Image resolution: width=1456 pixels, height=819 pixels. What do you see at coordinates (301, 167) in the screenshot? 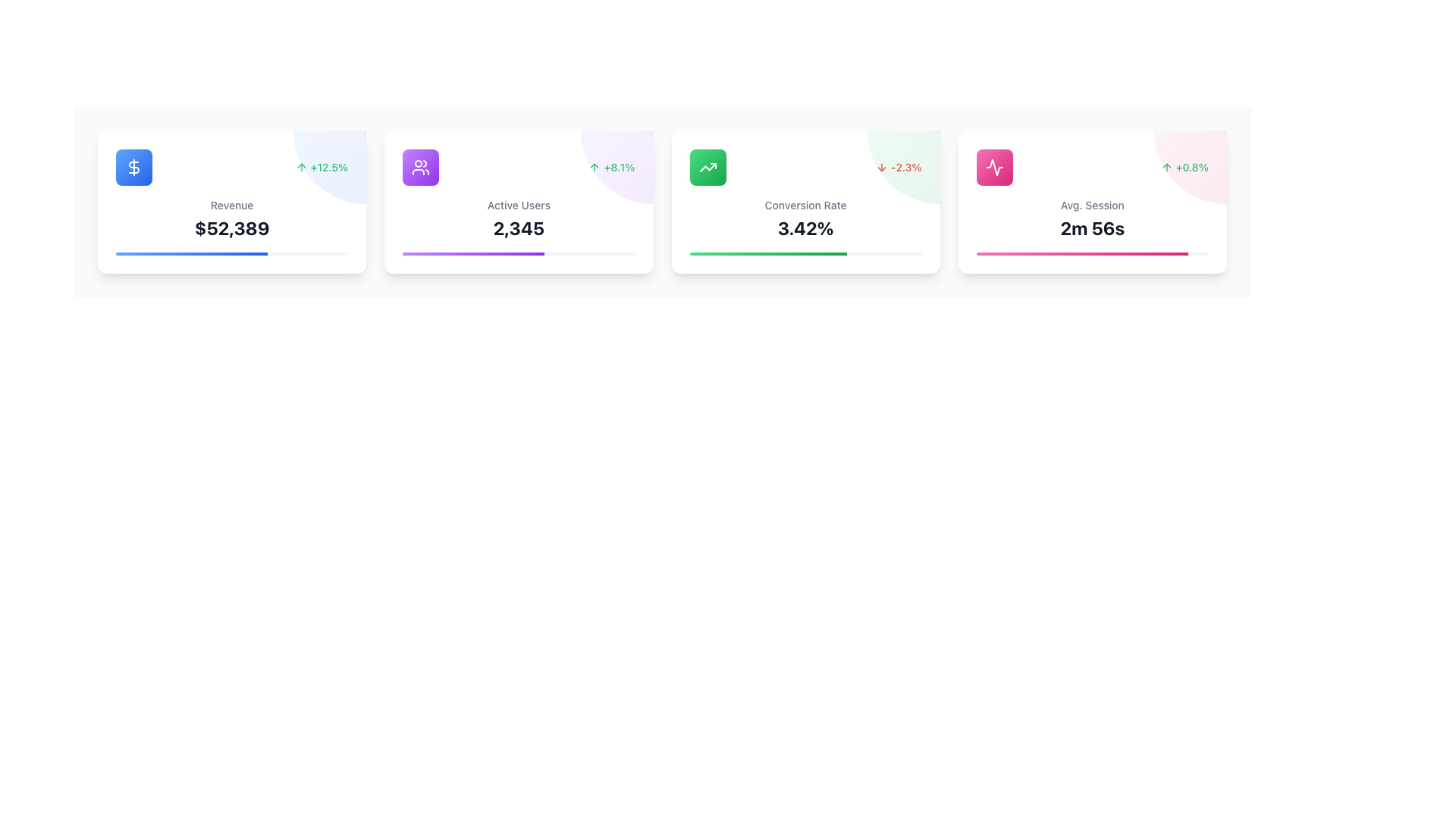
I see `the green upward arrow icon located to the left of the '+12.5%' text in the top-right corner of the 'Revenue' card on the dashboard interface` at bounding box center [301, 167].